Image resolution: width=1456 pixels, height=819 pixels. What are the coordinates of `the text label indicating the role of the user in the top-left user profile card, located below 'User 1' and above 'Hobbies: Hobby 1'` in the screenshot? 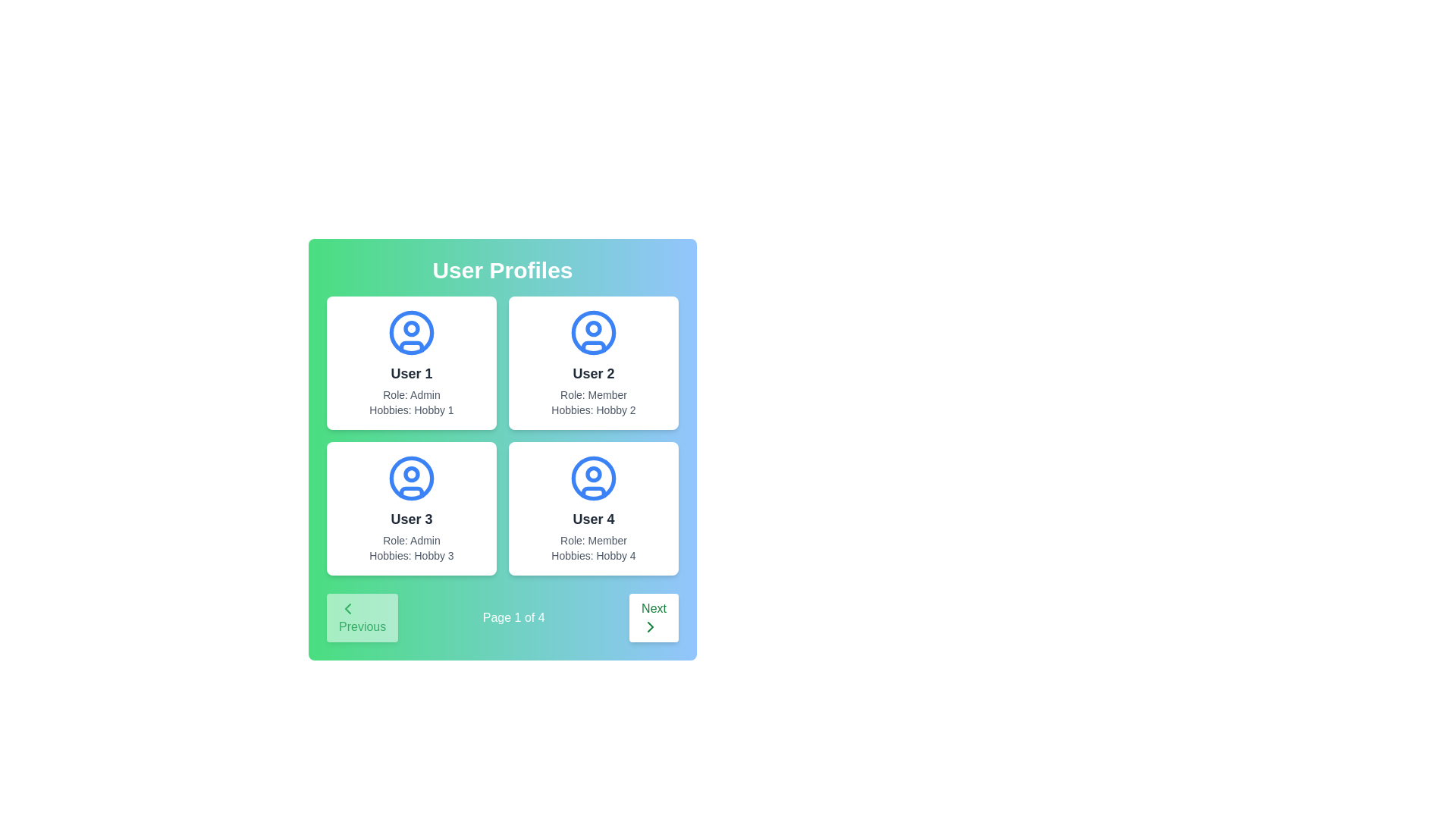 It's located at (411, 394).